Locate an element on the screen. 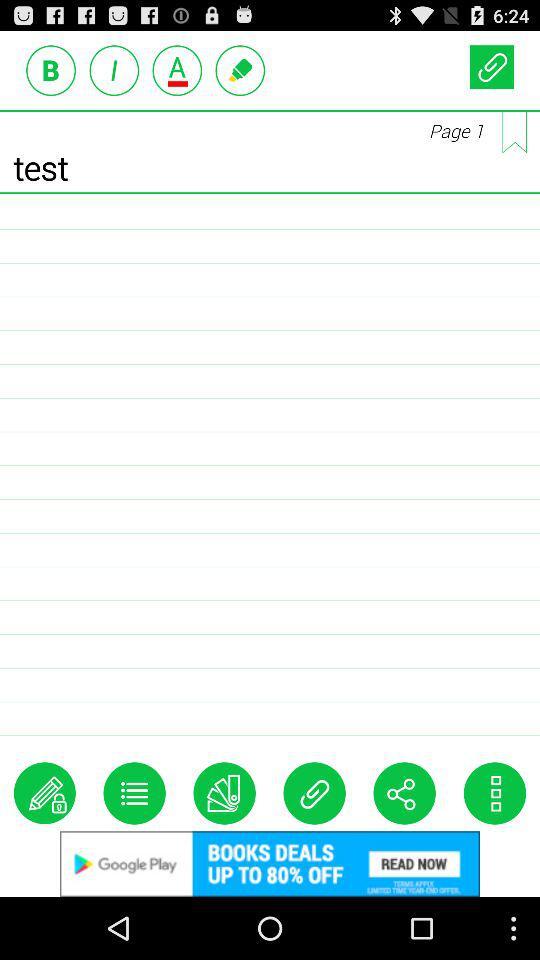 This screenshot has width=540, height=960. the advertisement option is located at coordinates (177, 70).